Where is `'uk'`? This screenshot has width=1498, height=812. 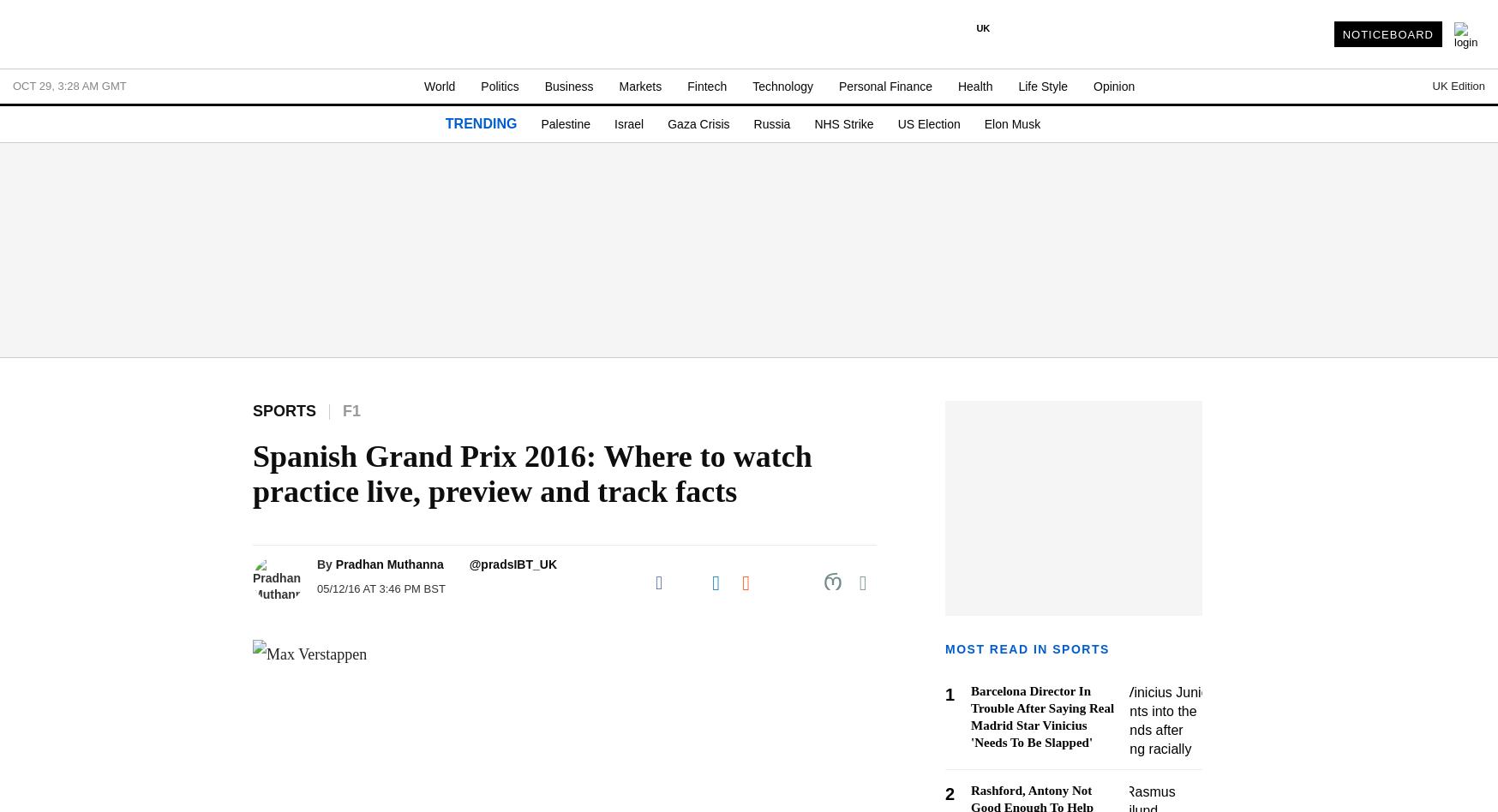 'uk' is located at coordinates (983, 27).